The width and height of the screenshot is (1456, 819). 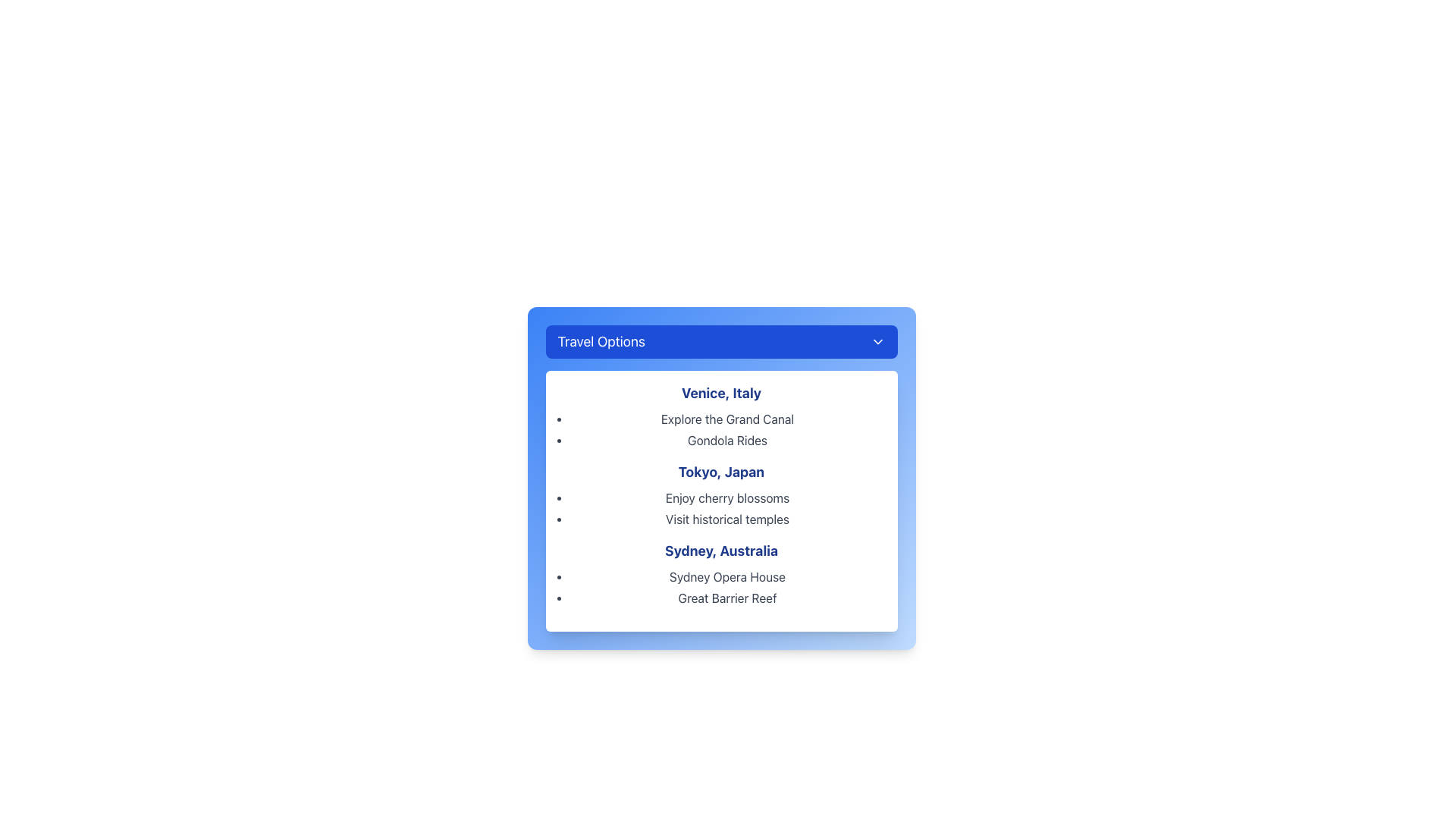 I want to click on the third group in the list of attractions which includes key information about Sydney, Australia, so click(x=720, y=573).